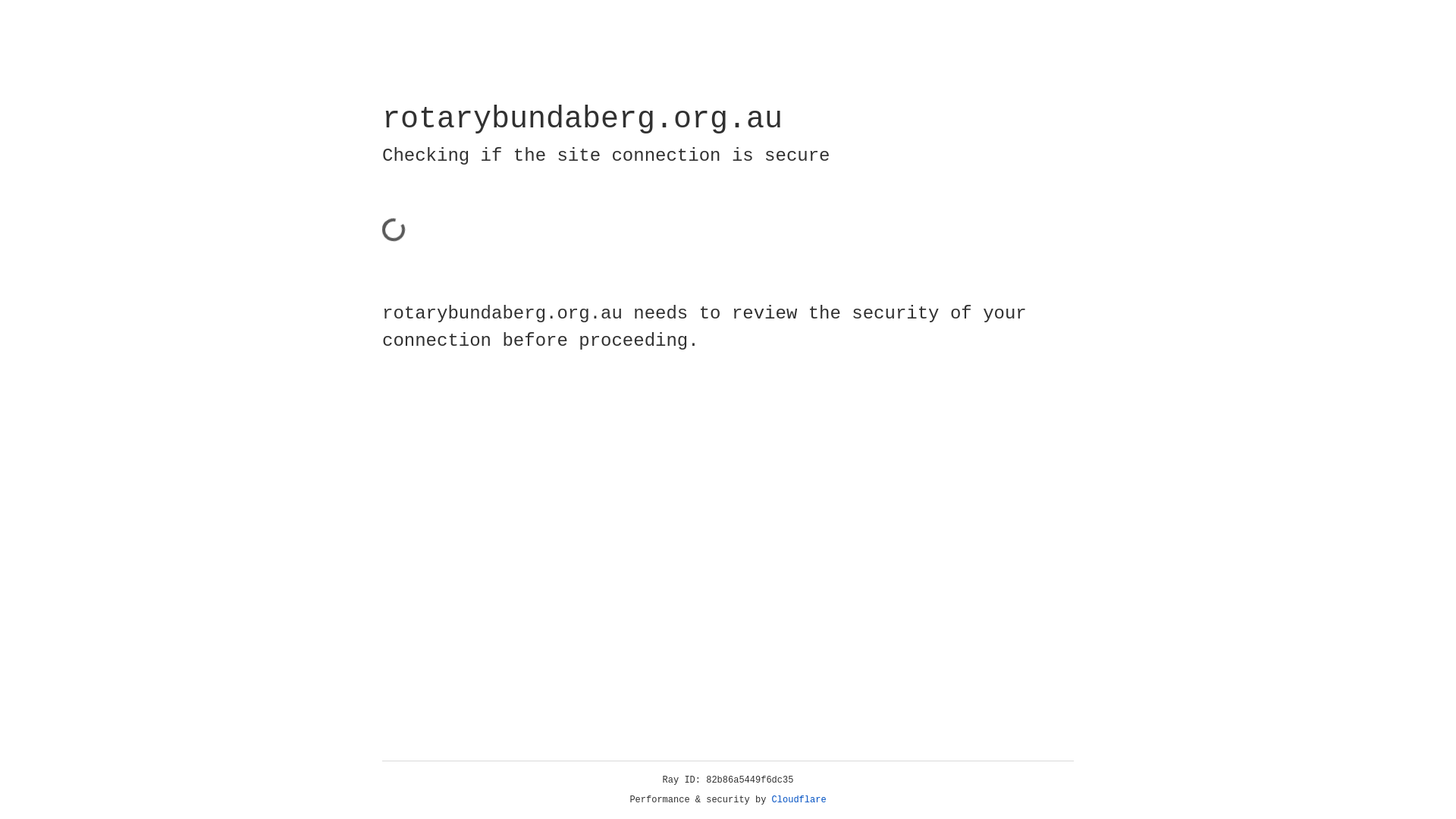 Image resolution: width=1456 pixels, height=819 pixels. I want to click on 'Cloudflare', so click(799, 799).